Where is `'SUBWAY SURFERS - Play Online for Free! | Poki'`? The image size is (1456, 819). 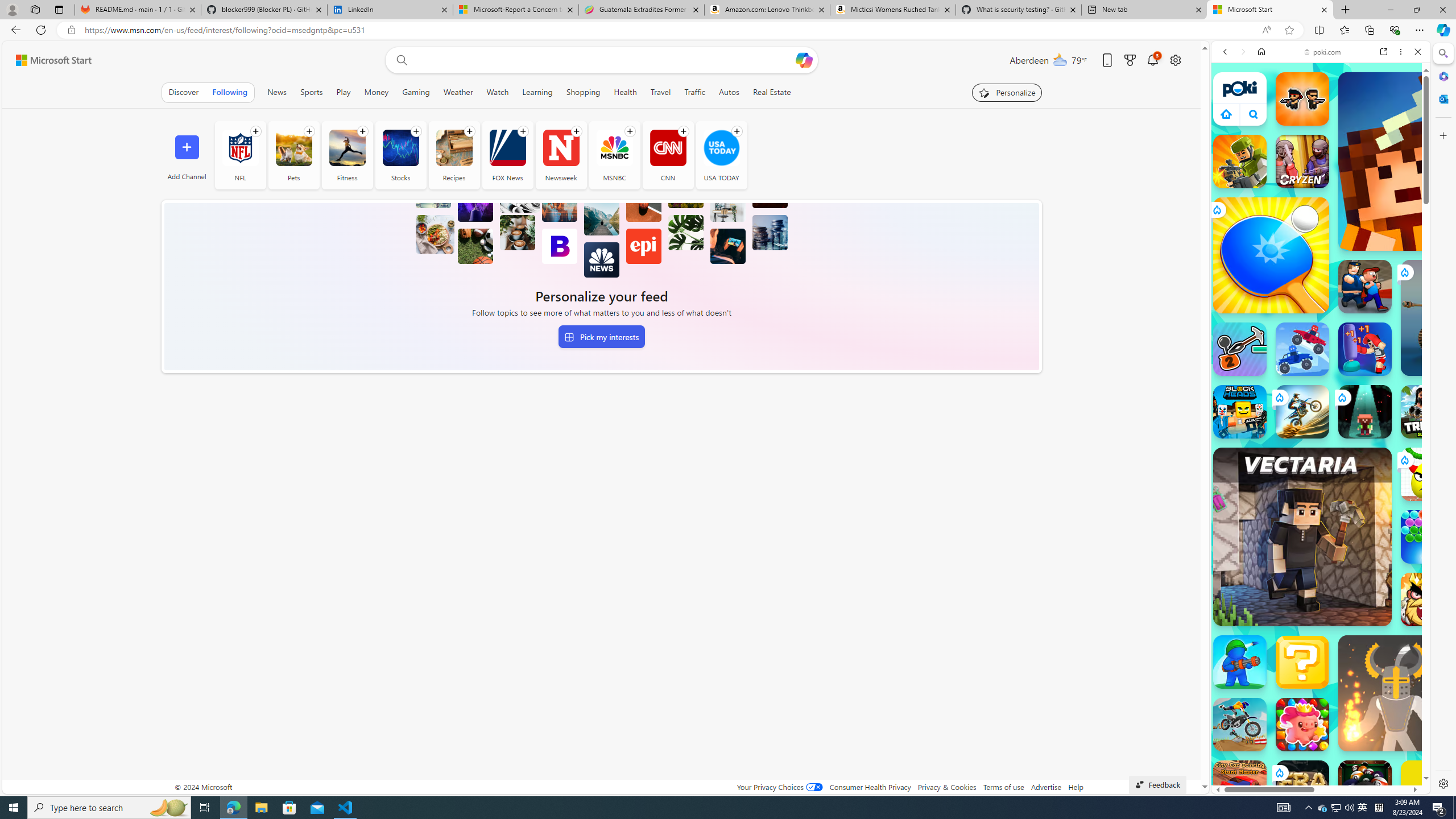
'SUBWAY SURFERS - Play Online for Free! | Poki' is located at coordinates (1316, 764).